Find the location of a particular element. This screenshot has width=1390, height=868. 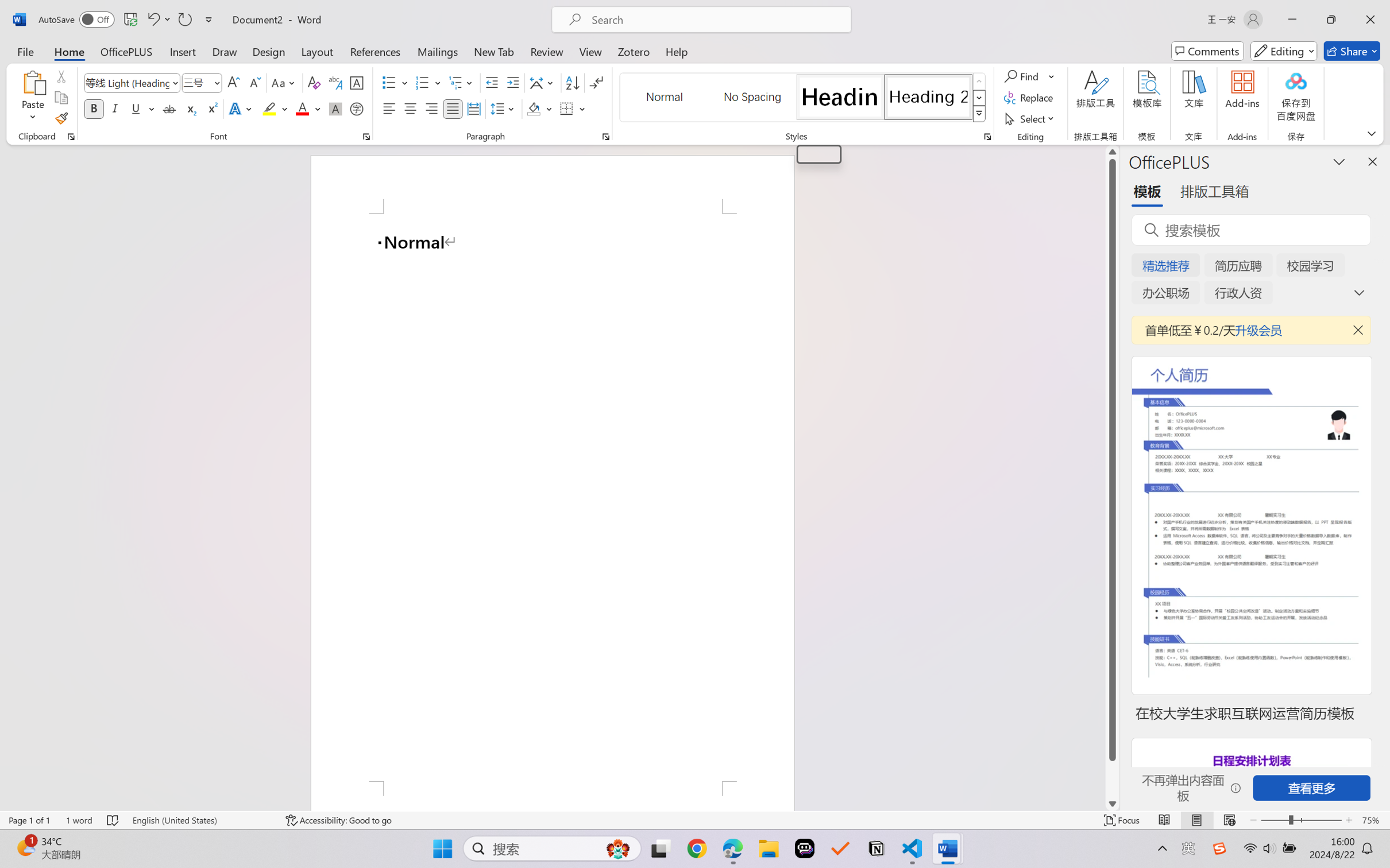

'Minimize' is located at coordinates (1292, 19).